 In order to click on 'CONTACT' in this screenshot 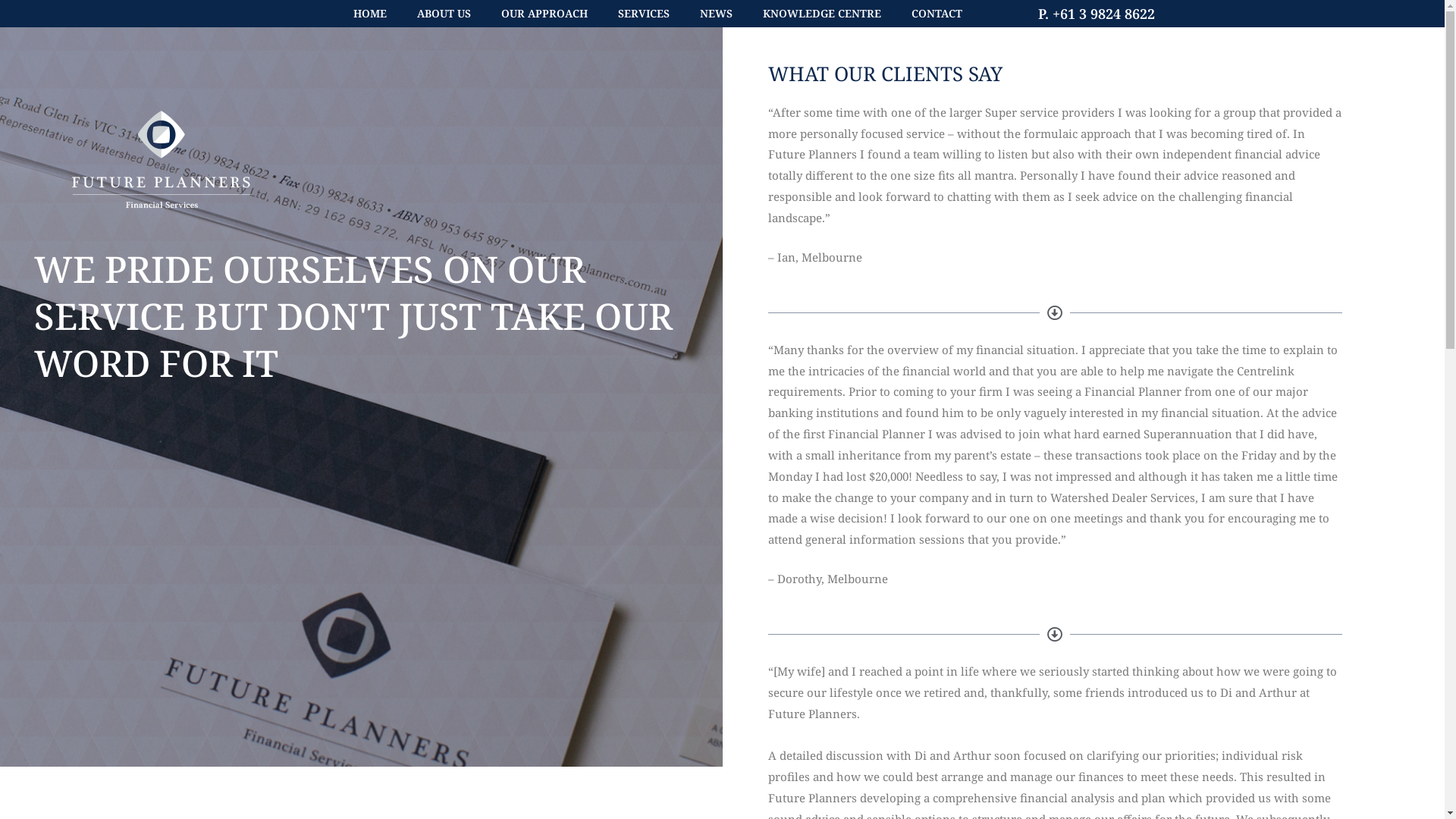, I will do `click(936, 14)`.